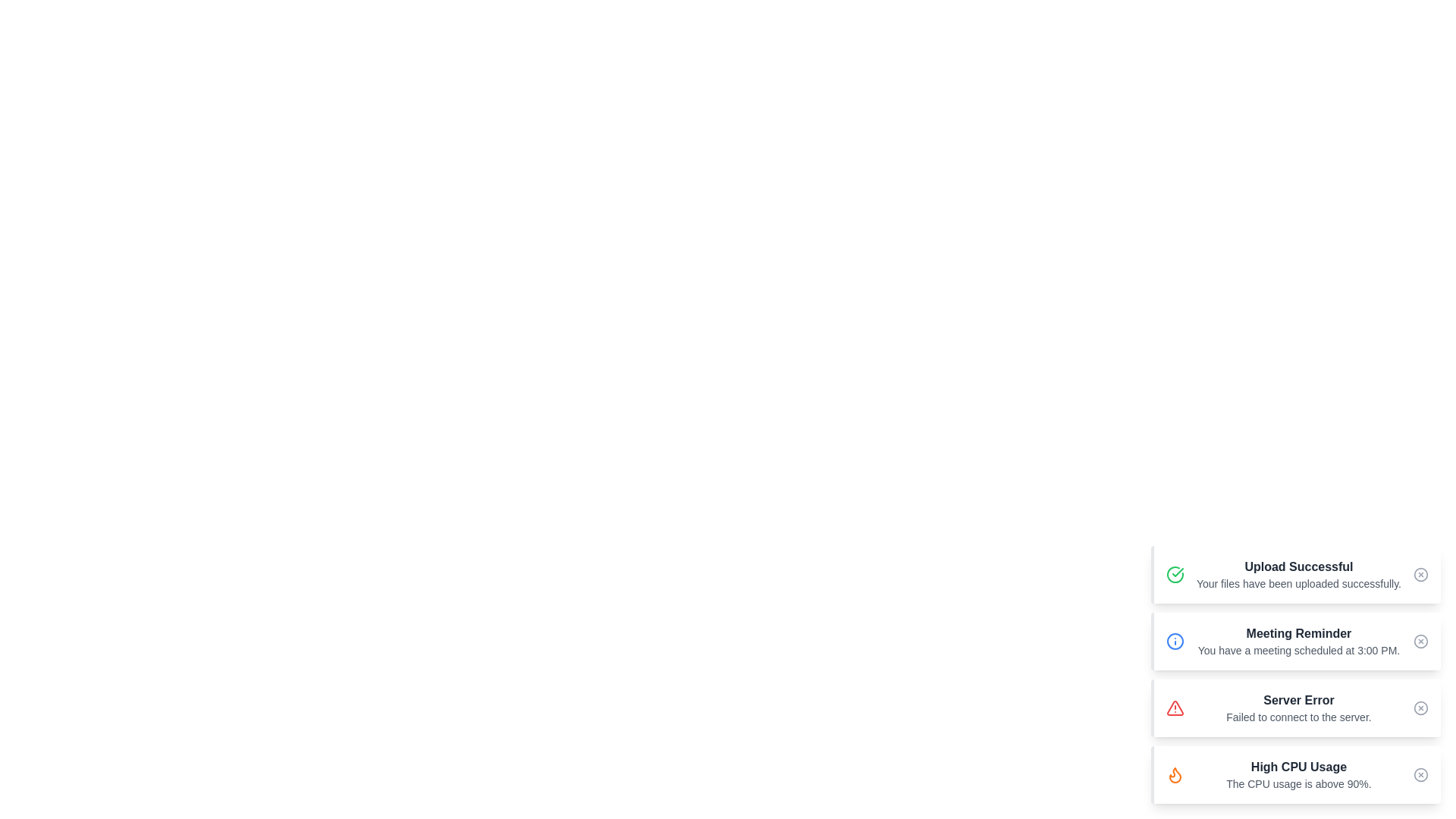 Image resolution: width=1456 pixels, height=819 pixels. What do you see at coordinates (1294, 575) in the screenshot?
I see `the content of the alert titled 'Upload Successful'` at bounding box center [1294, 575].